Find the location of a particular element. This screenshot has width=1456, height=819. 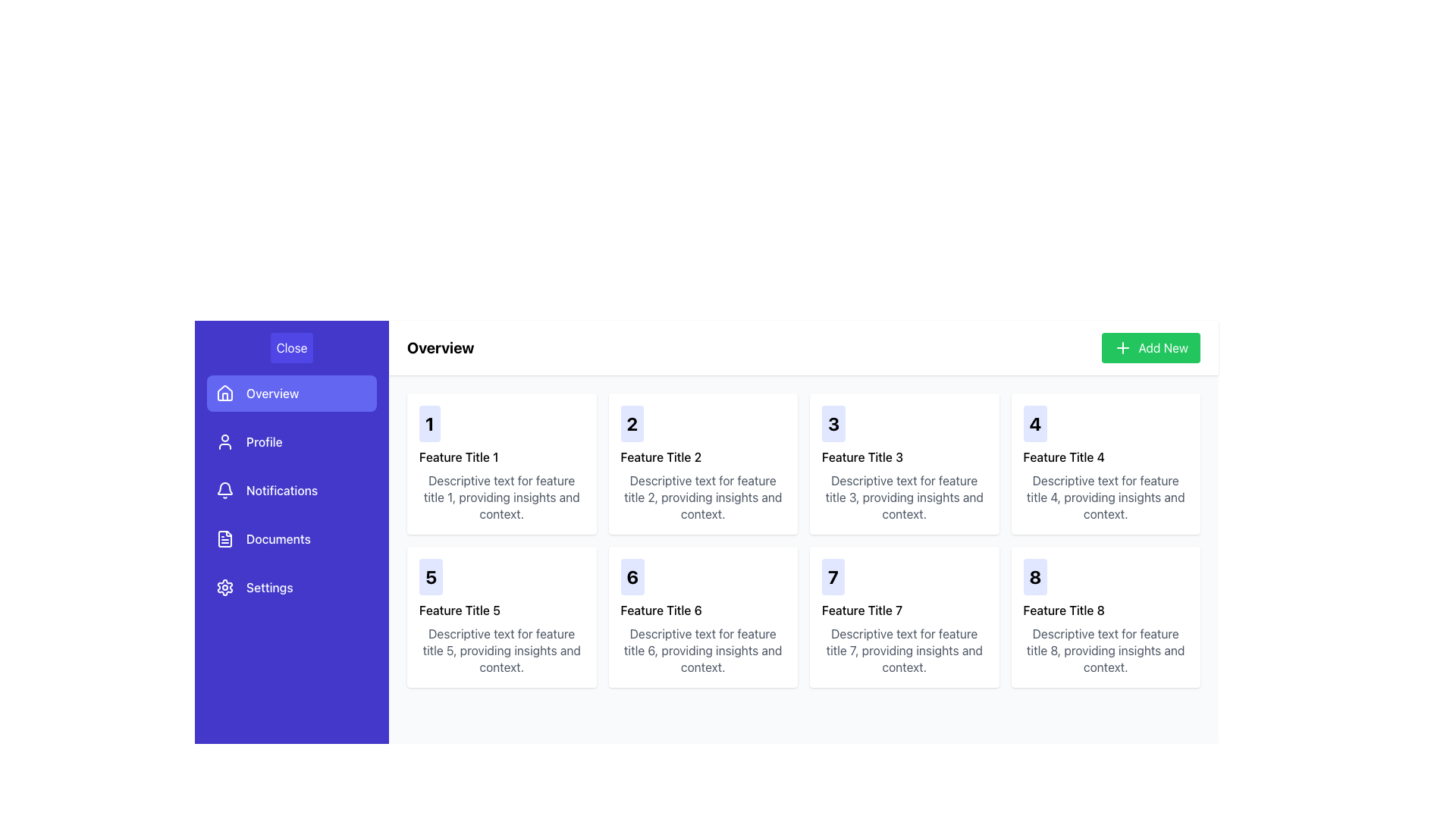

the text label displaying 'Feature Title 6', which is positioned below the number '6' and above descriptive text in the card layout is located at coordinates (661, 610).